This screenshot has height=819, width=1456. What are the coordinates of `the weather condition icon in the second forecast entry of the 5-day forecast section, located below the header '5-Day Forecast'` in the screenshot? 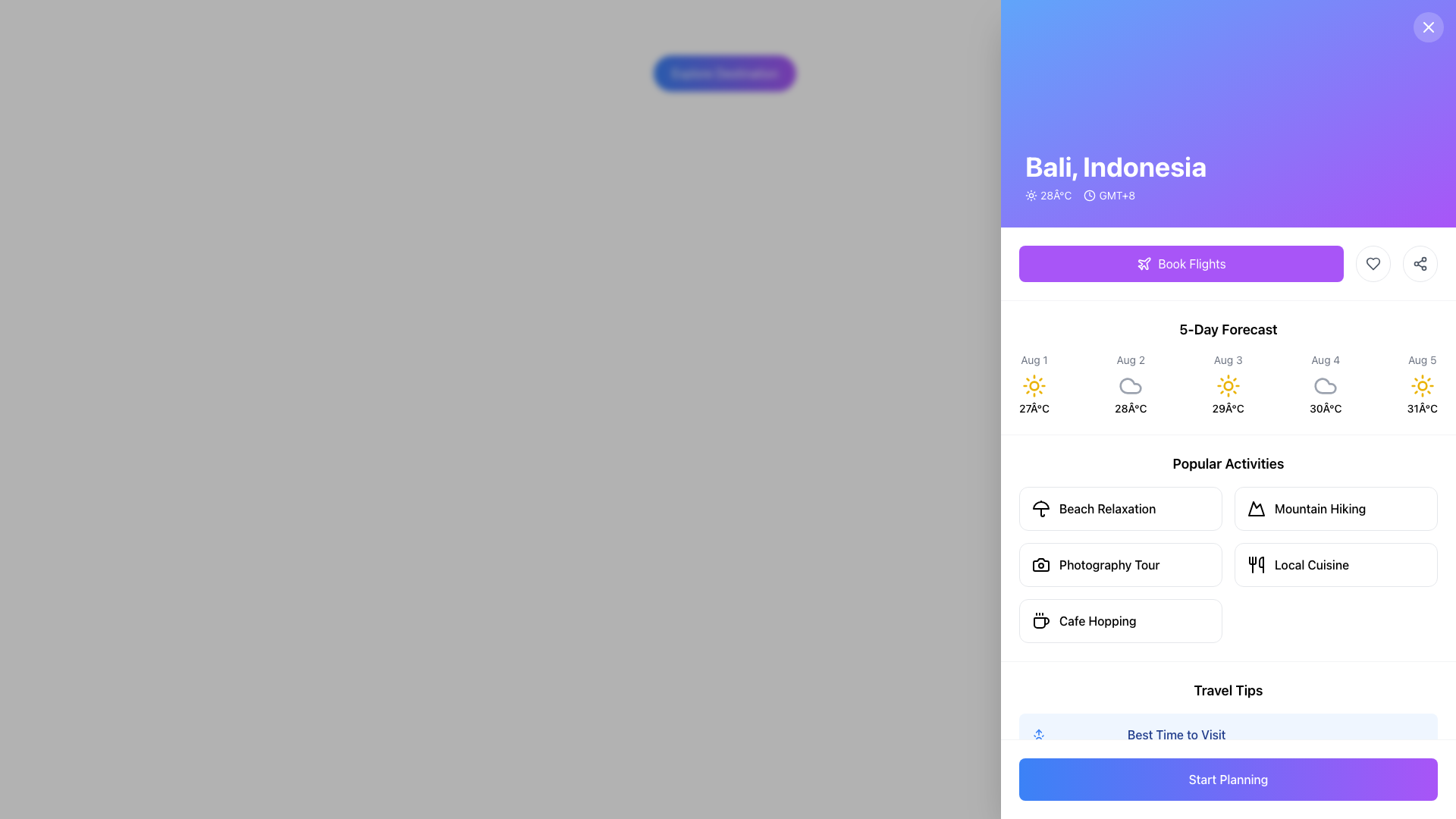 It's located at (1131, 383).